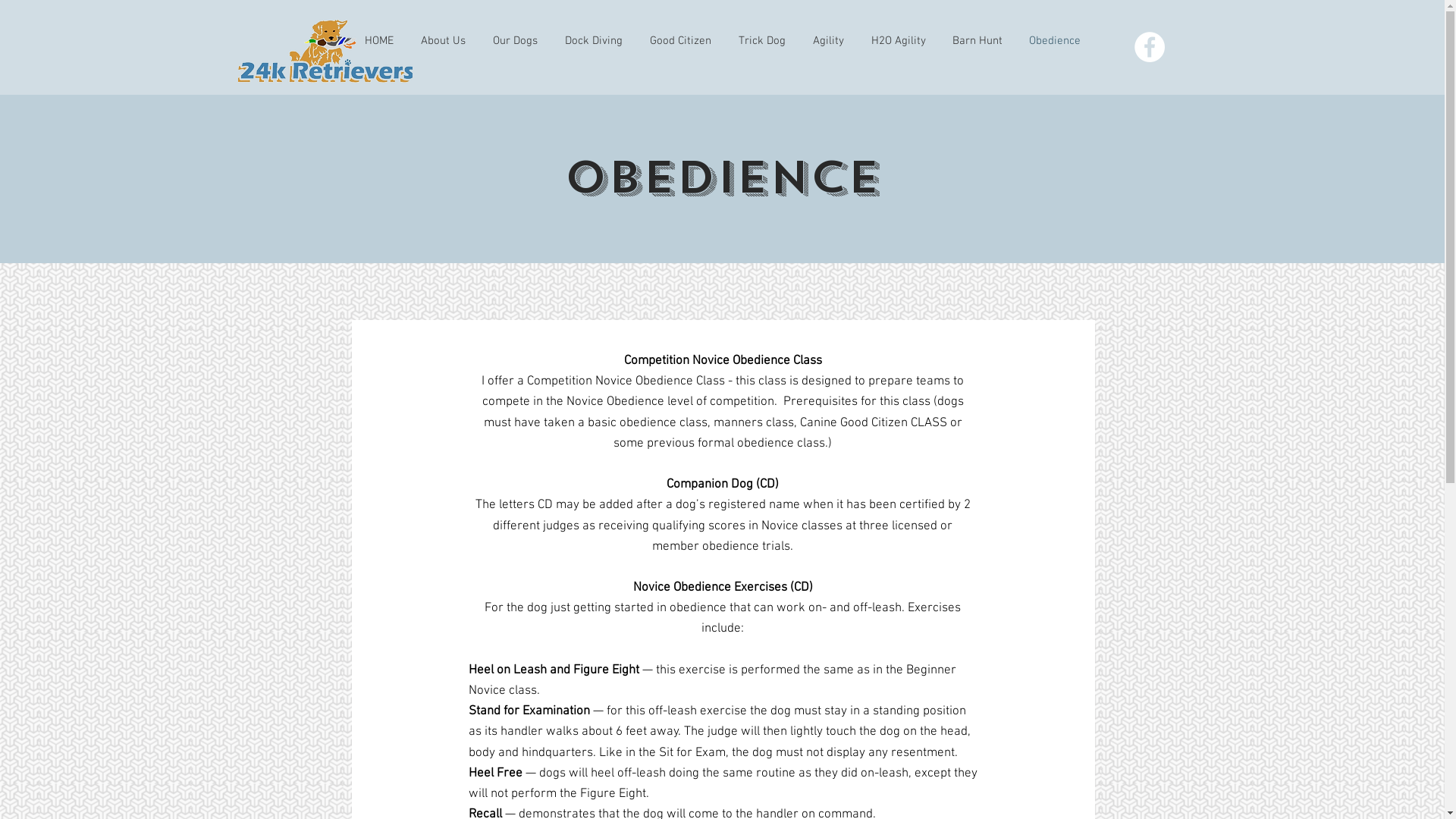 This screenshot has height=819, width=1456. I want to click on 'Barn Hunt', so click(977, 40).